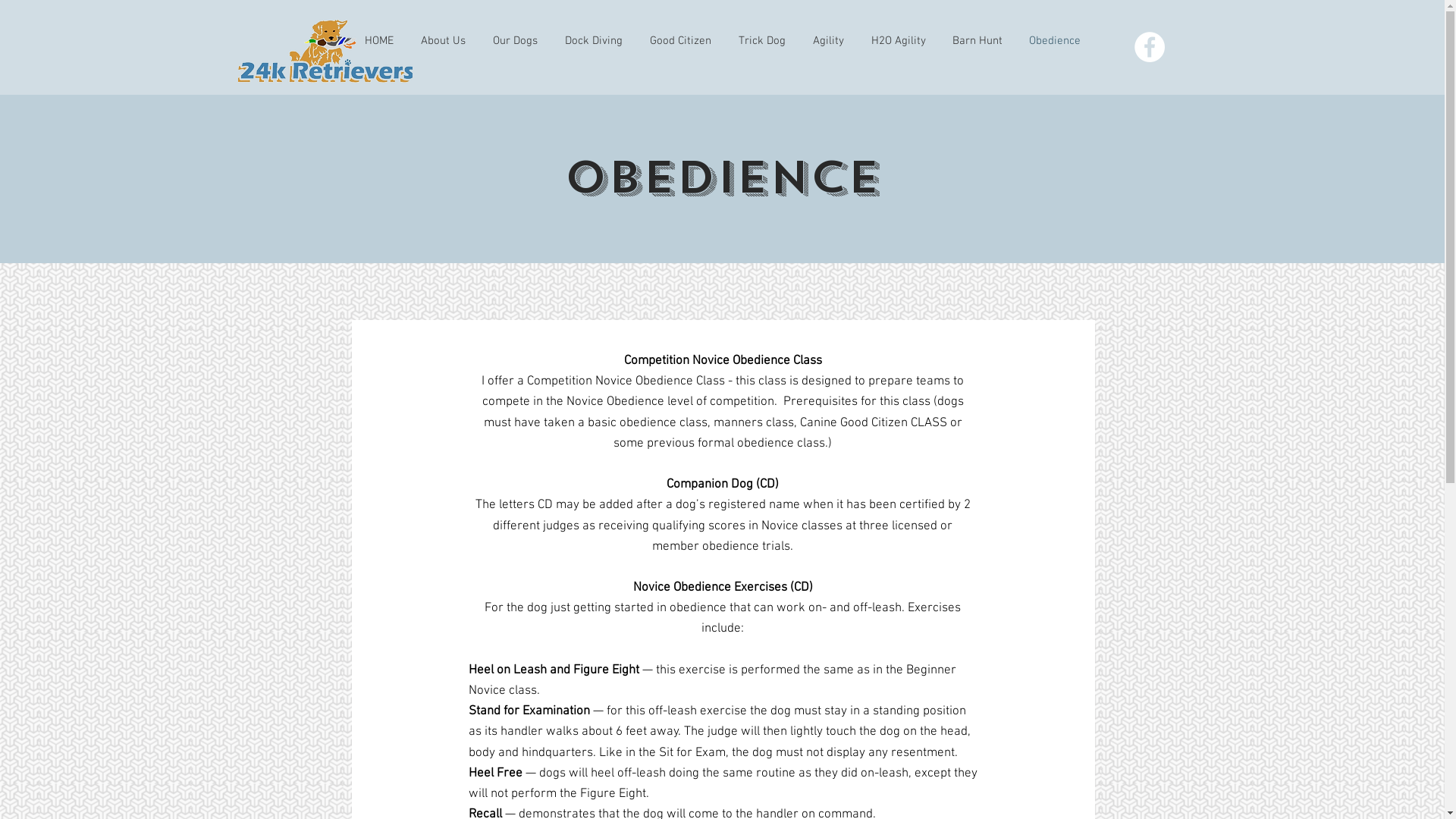 This screenshot has height=819, width=1456. I want to click on 'Barn Hunt', so click(977, 40).